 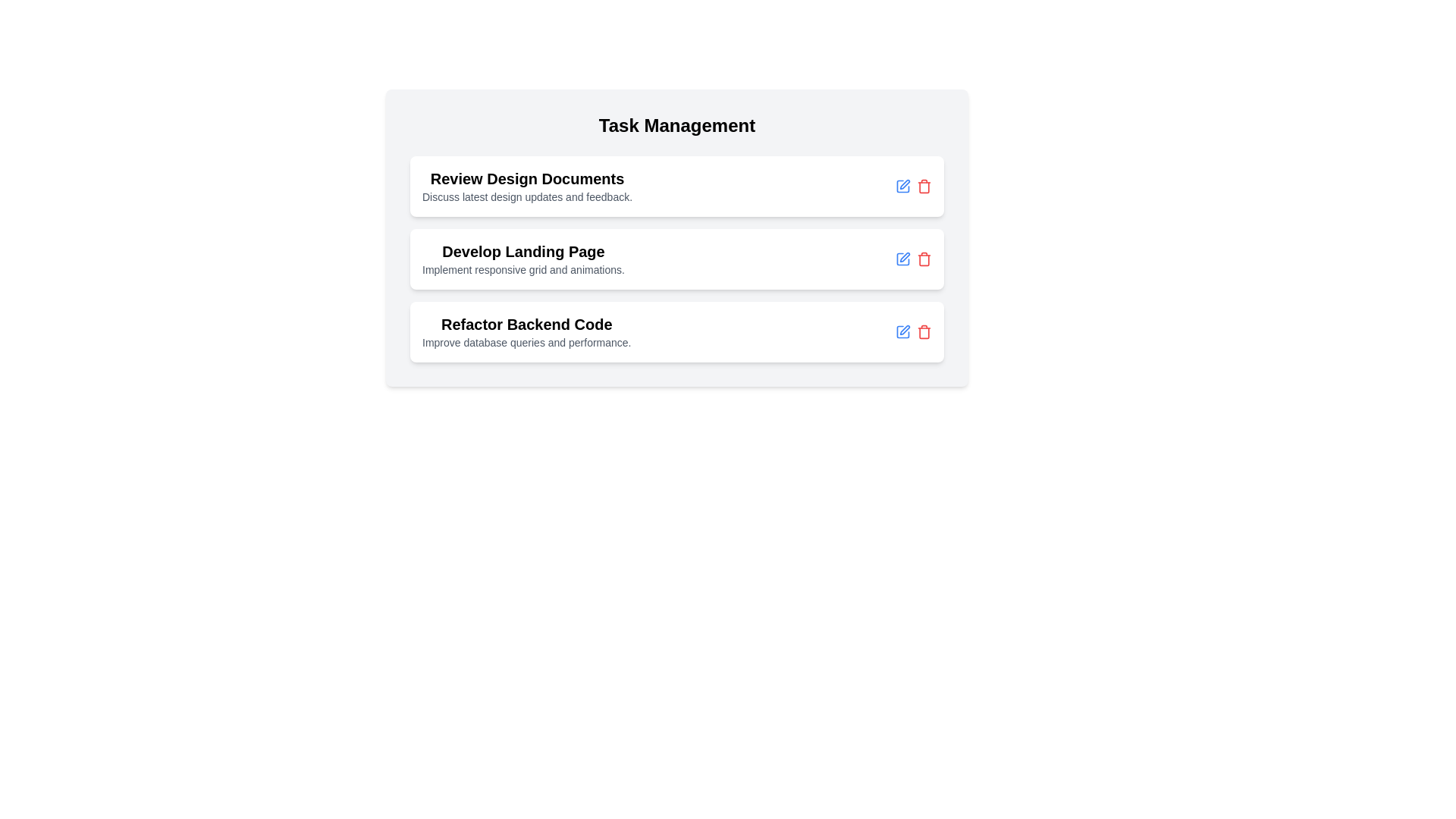 I want to click on the static informational text label located directly below the title 'Review Design Documents' in the 'Task Management' interface, so click(x=527, y=196).